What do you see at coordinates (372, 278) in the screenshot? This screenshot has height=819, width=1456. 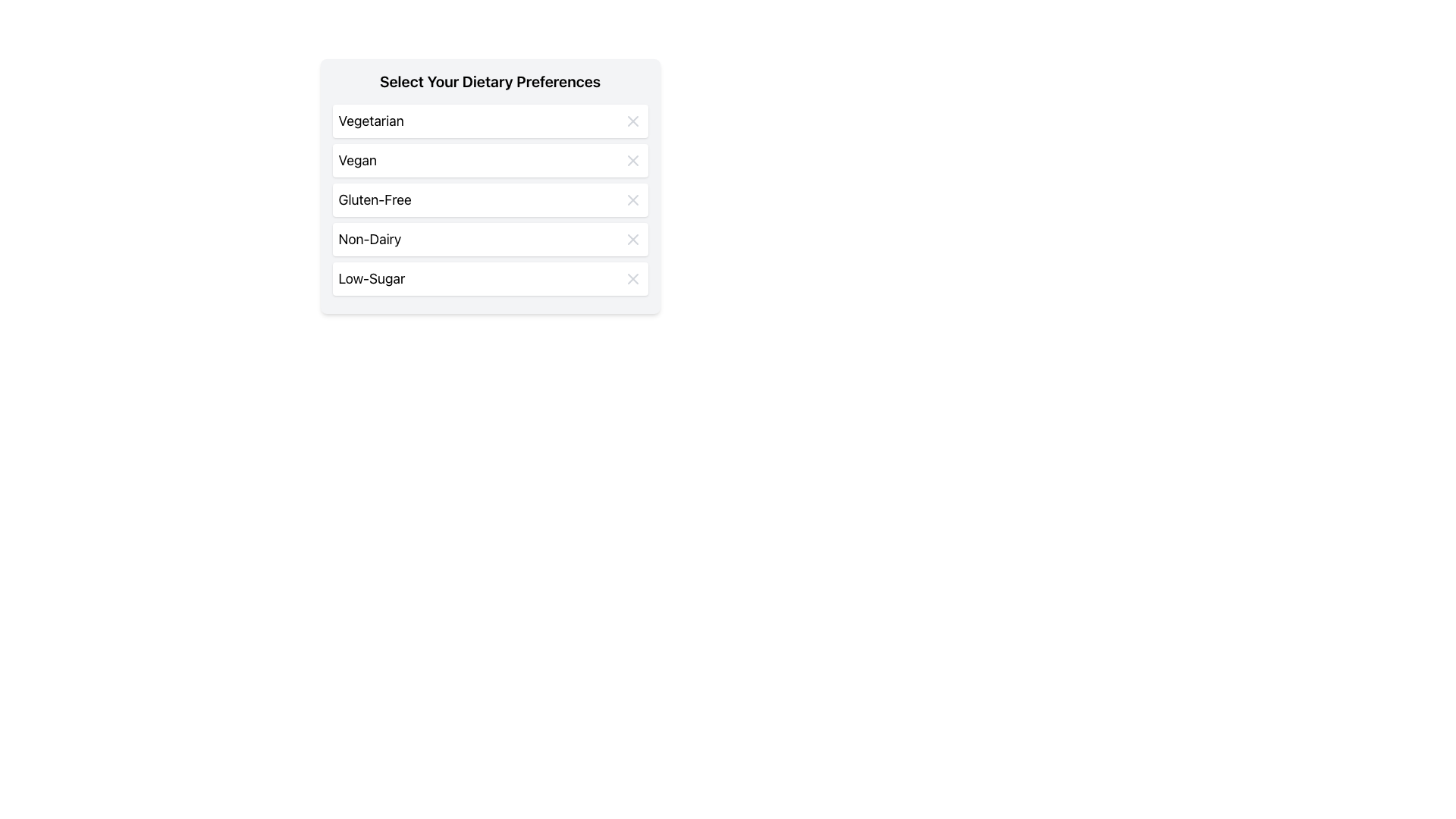 I see `the text label displaying 'Low-Sugar' in bold black font, which is the fifth item under the section header 'Select Your Dietary Preferences'` at bounding box center [372, 278].